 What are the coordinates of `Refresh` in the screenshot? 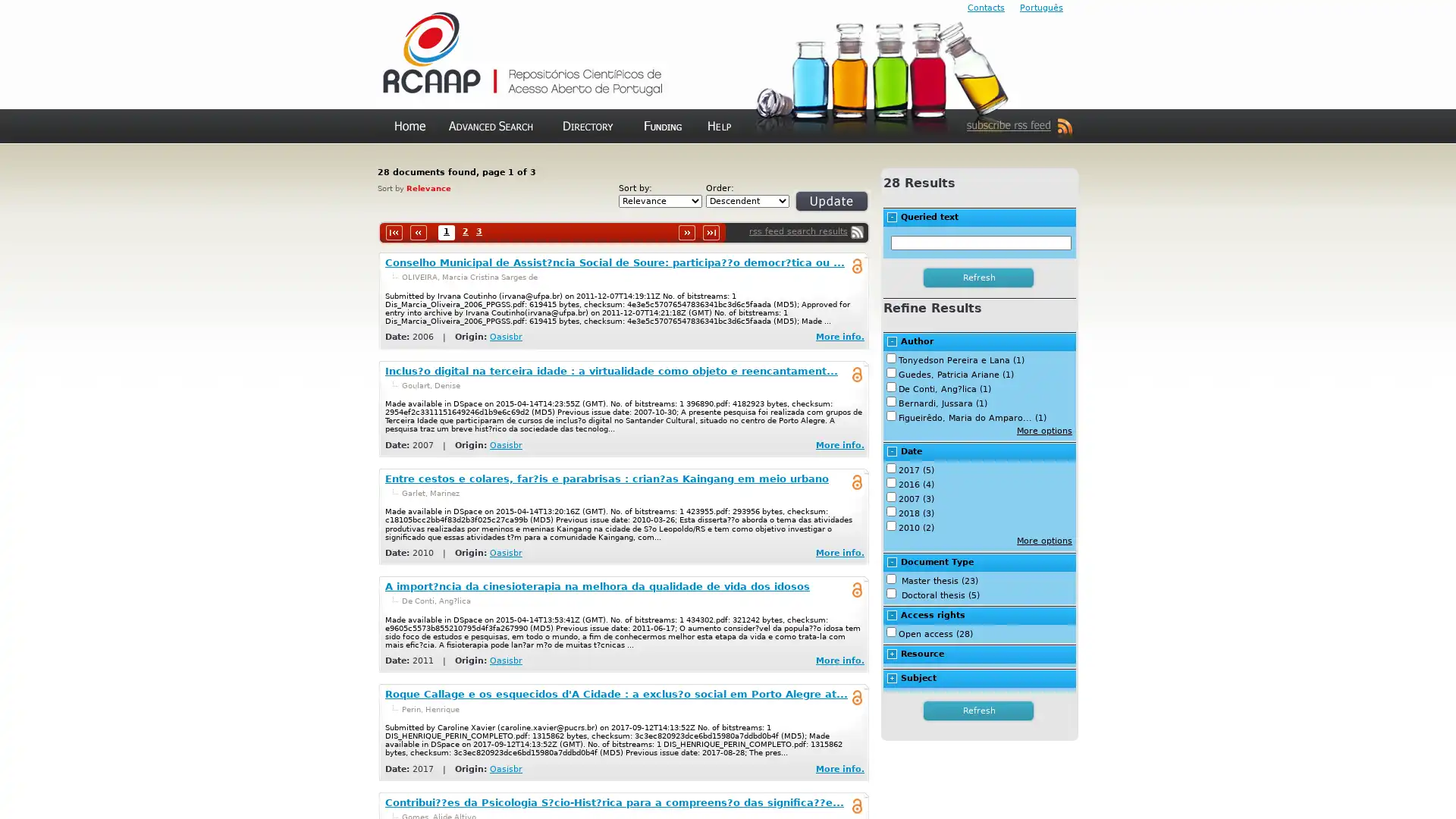 It's located at (813, 207).